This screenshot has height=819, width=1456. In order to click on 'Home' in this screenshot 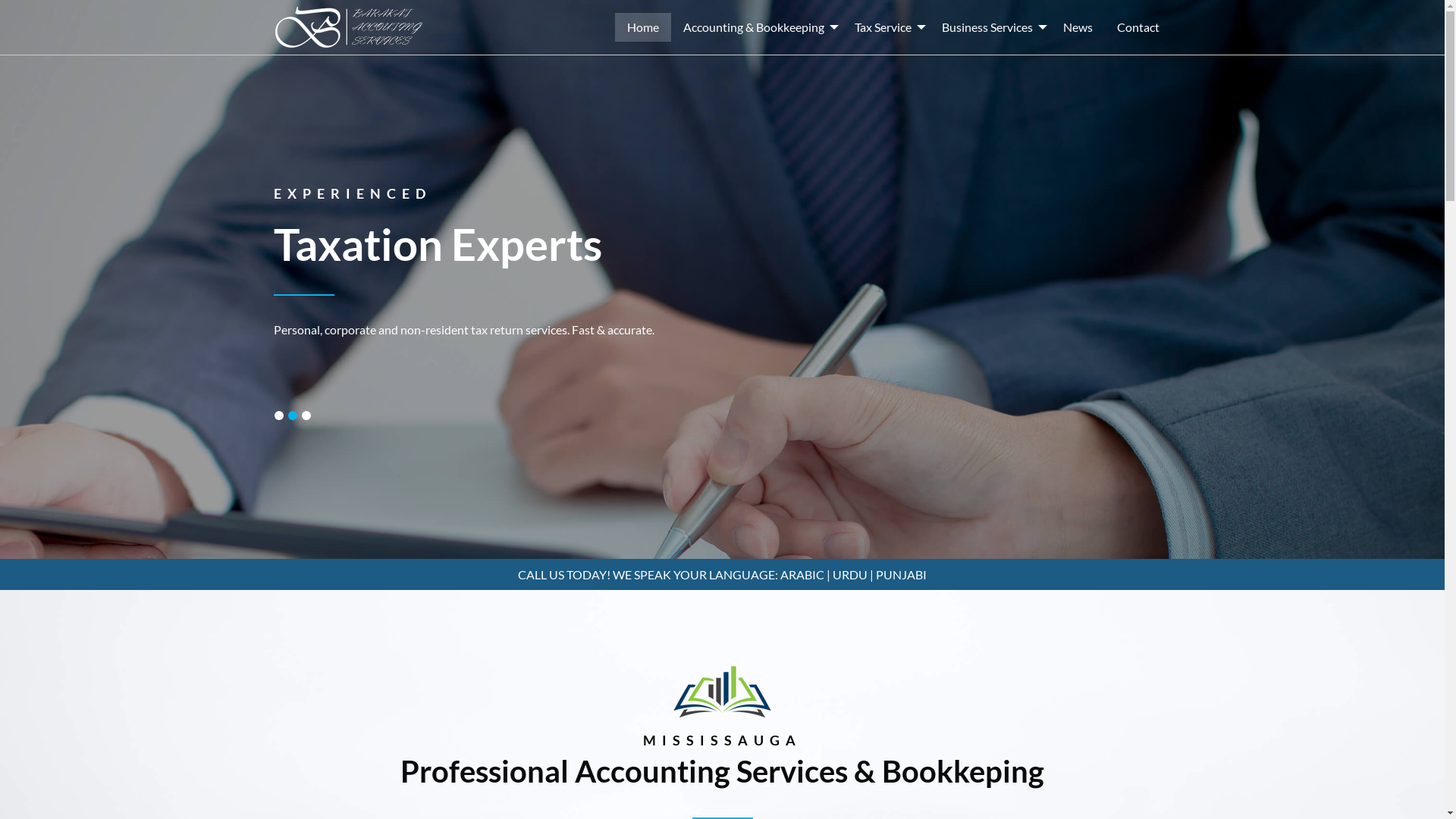, I will do `click(642, 27)`.